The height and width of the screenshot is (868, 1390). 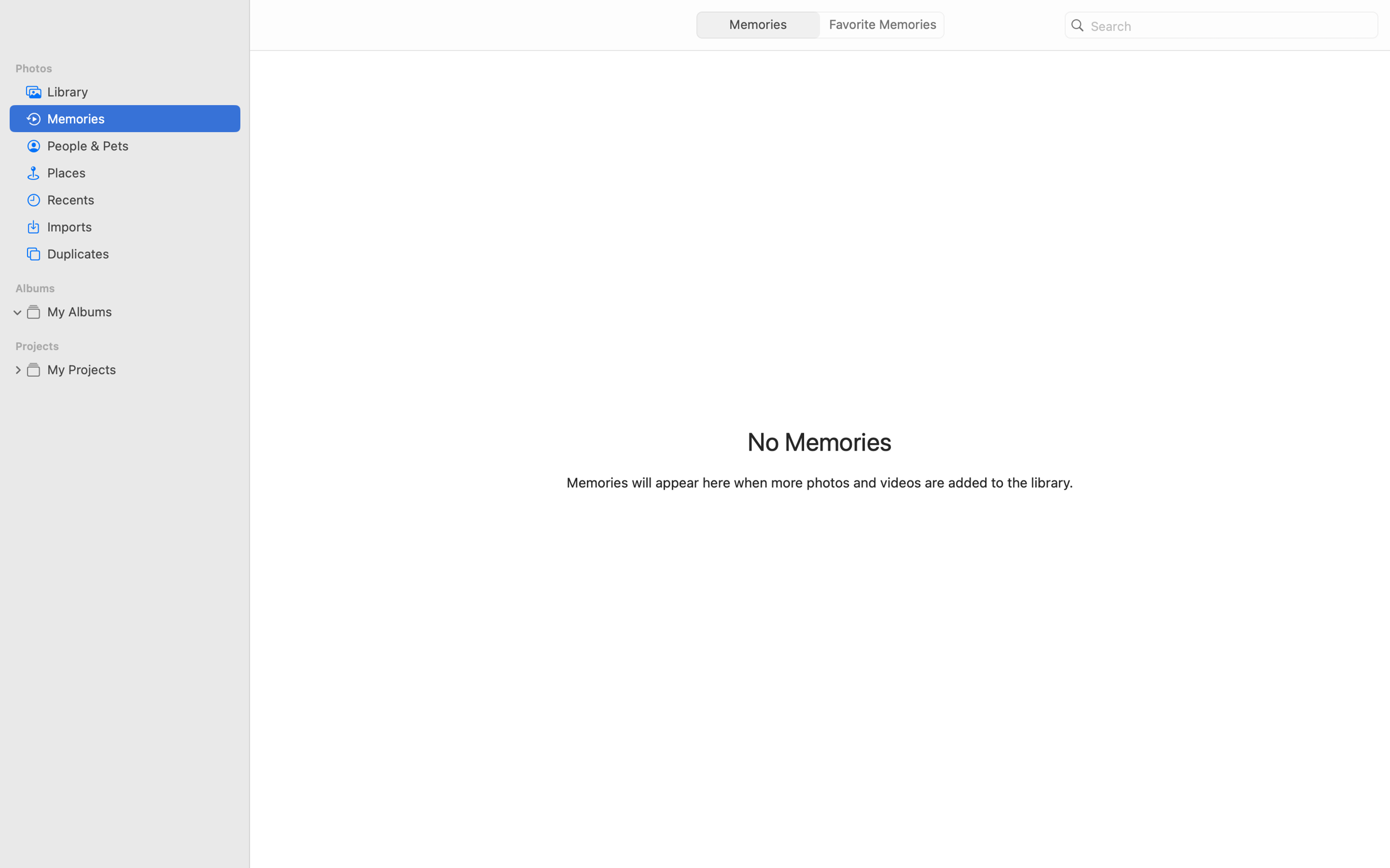 I want to click on 'No Memories', so click(x=820, y=440).